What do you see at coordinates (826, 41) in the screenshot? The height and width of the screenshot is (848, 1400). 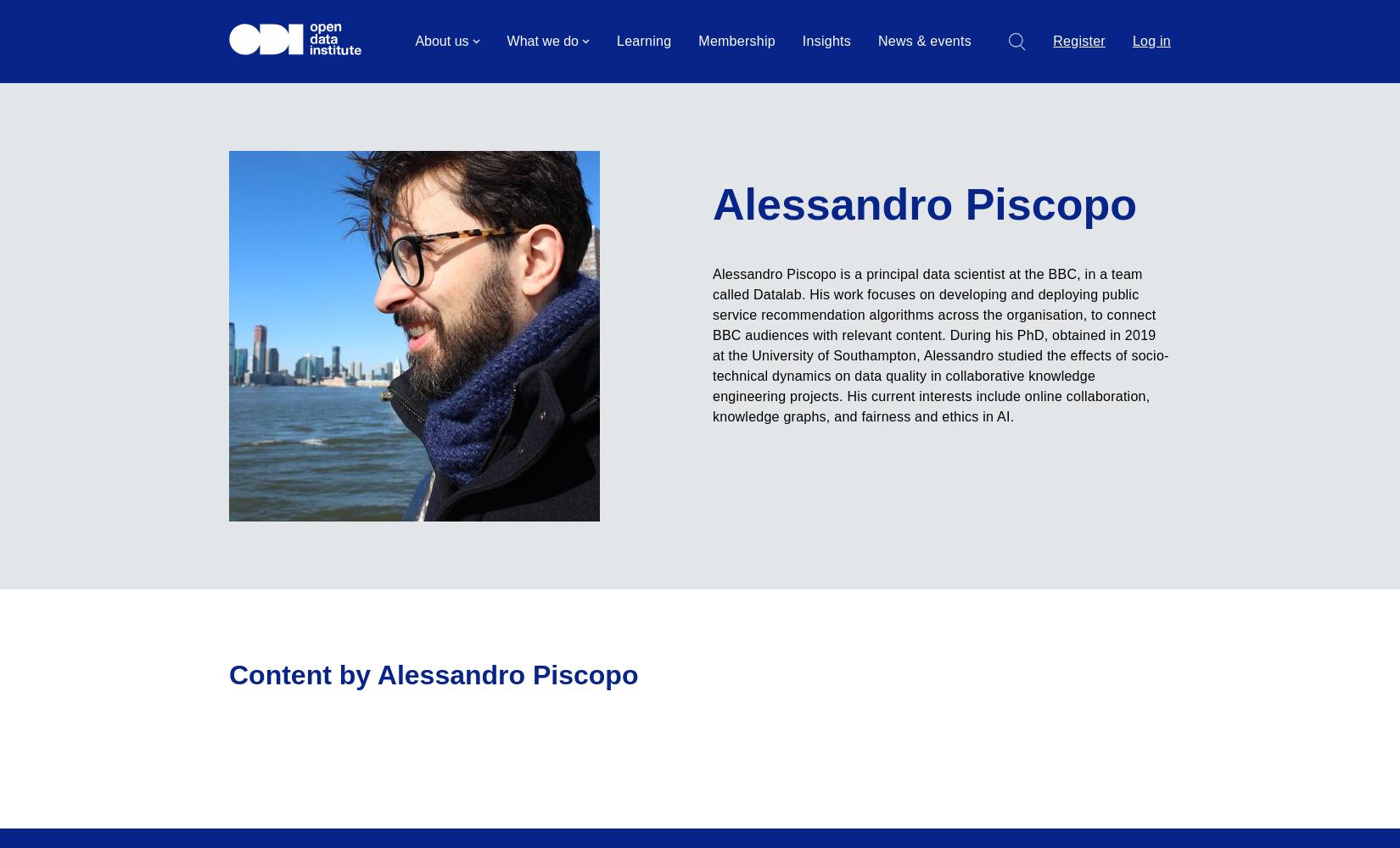 I see `'Insights'` at bounding box center [826, 41].